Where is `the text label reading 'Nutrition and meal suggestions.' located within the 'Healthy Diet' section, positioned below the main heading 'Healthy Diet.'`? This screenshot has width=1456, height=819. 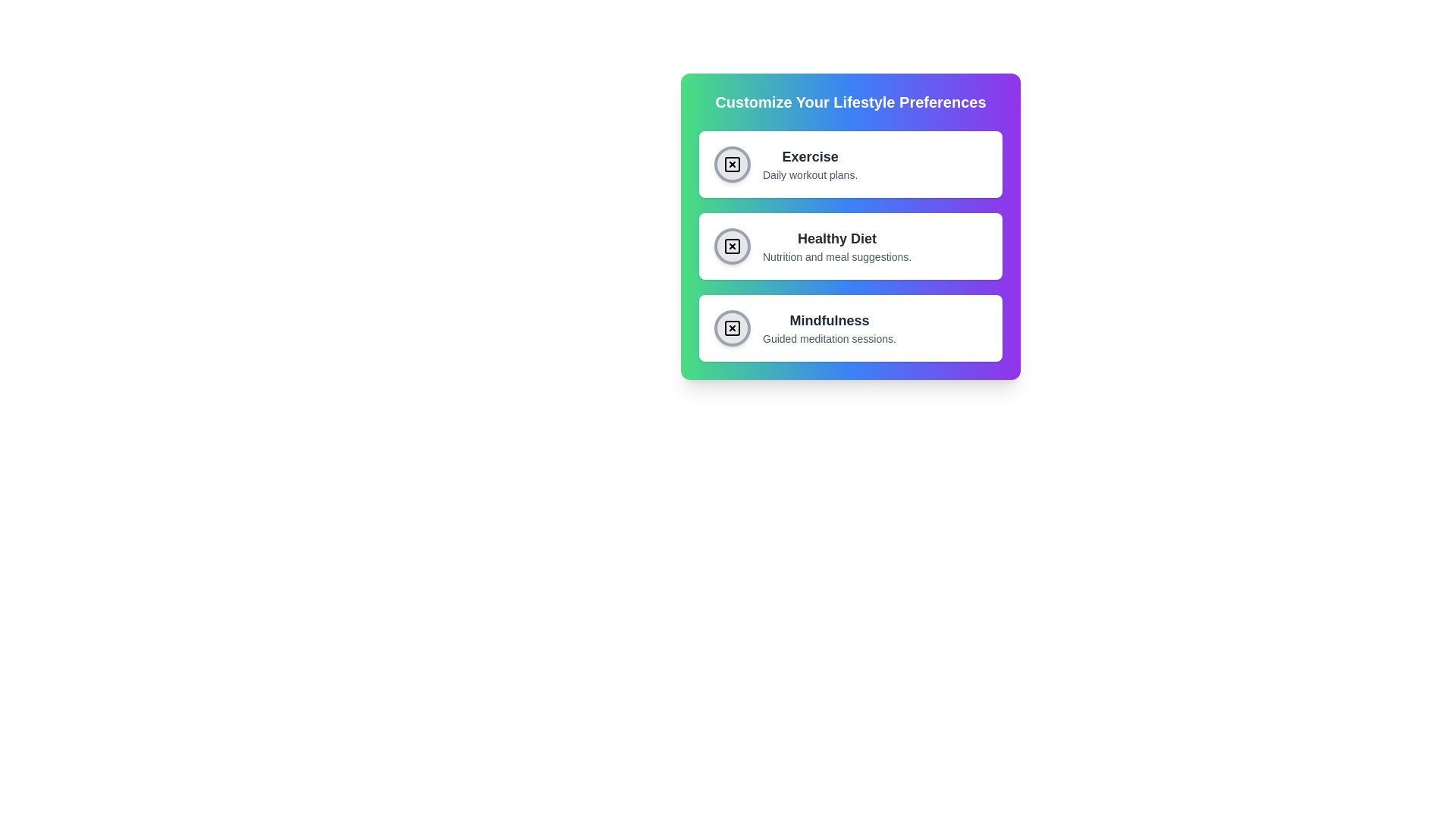 the text label reading 'Nutrition and meal suggestions.' located within the 'Healthy Diet' section, positioned below the main heading 'Healthy Diet.' is located at coordinates (836, 256).